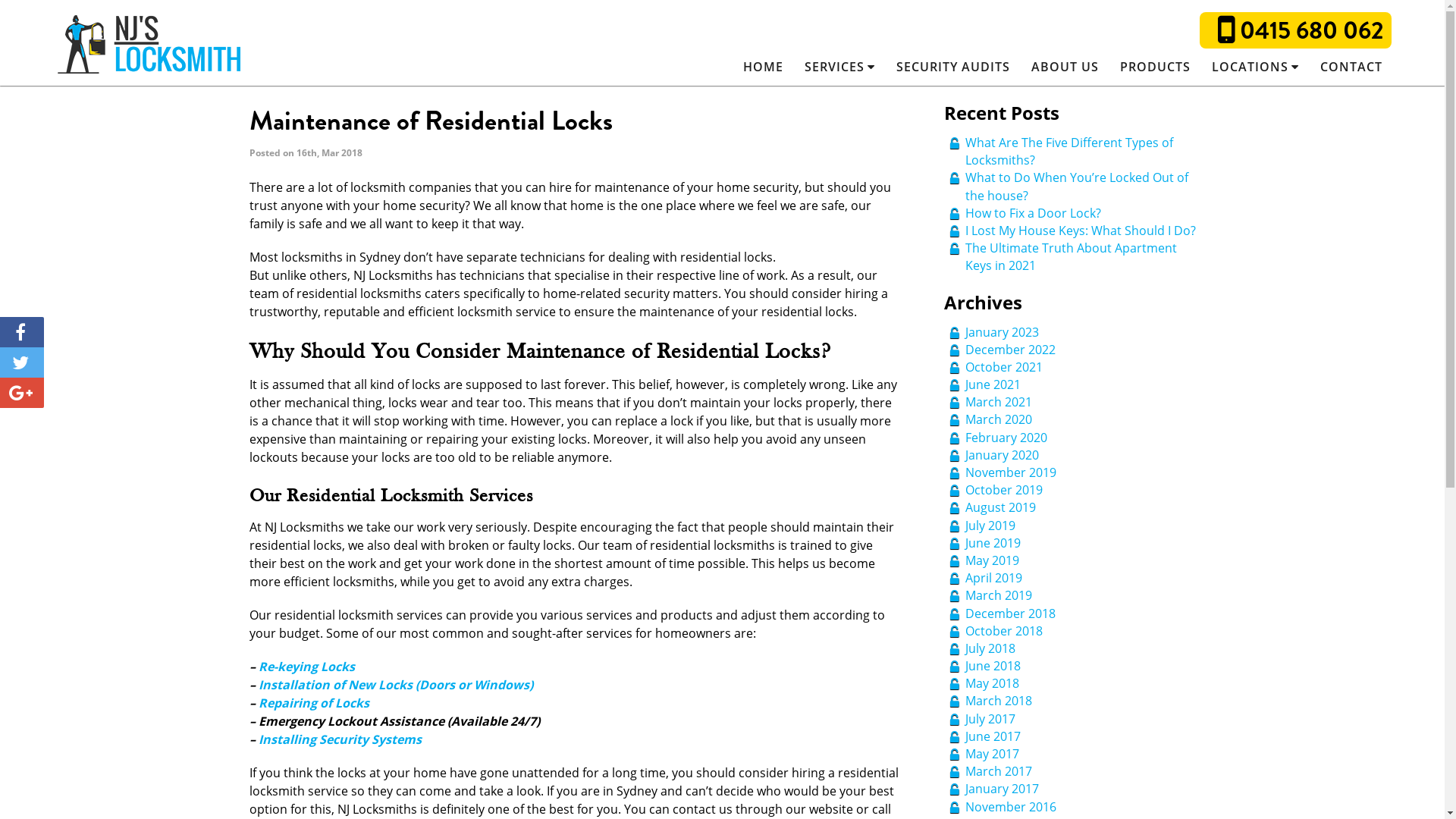 The height and width of the screenshot is (819, 1456). I want to click on 'January 2017', so click(1001, 788).